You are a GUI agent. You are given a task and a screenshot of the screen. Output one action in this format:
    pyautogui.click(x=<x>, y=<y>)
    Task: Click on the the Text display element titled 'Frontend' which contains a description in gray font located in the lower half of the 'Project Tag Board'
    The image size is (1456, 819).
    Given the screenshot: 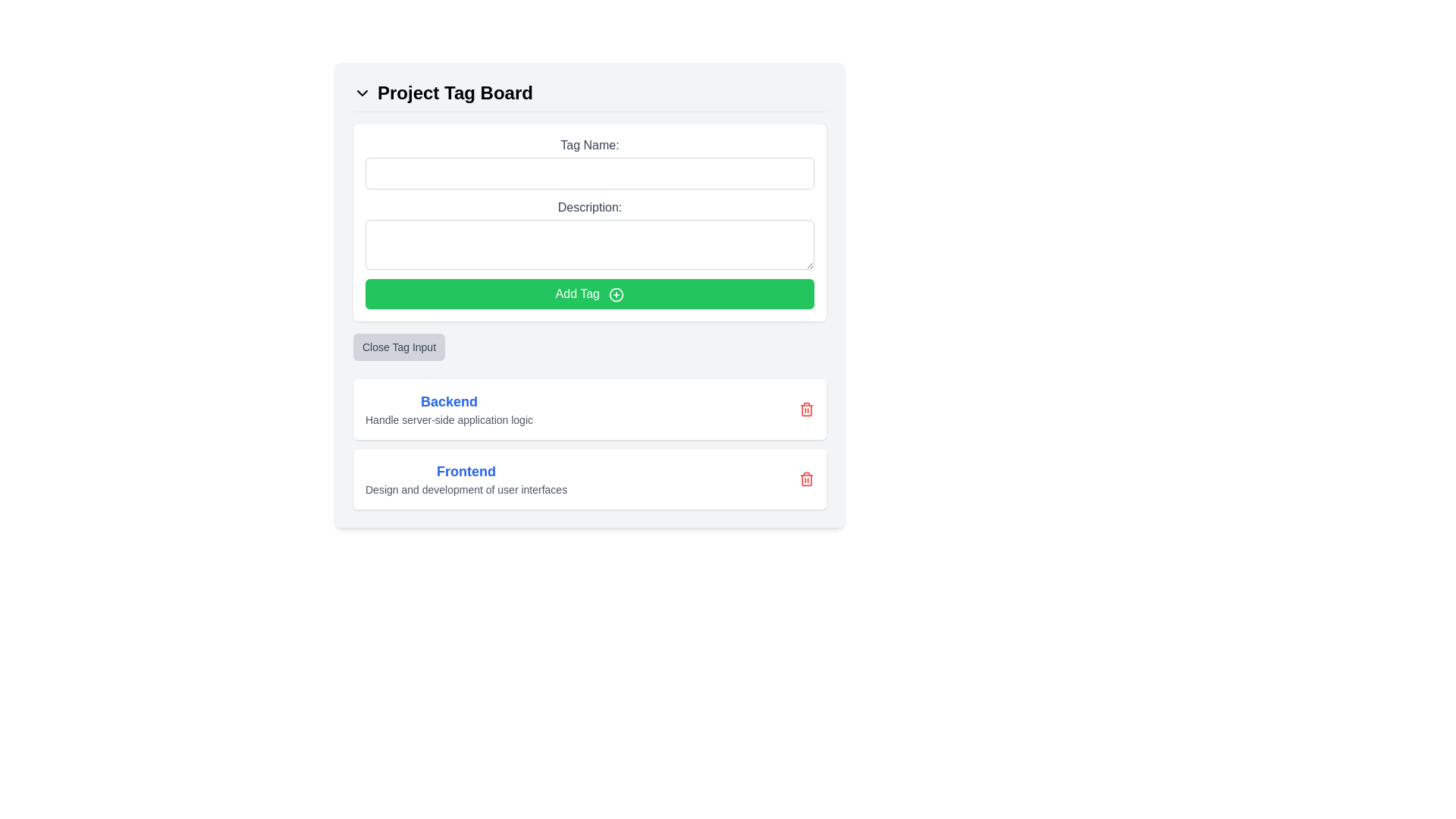 What is the action you would take?
    pyautogui.click(x=466, y=479)
    